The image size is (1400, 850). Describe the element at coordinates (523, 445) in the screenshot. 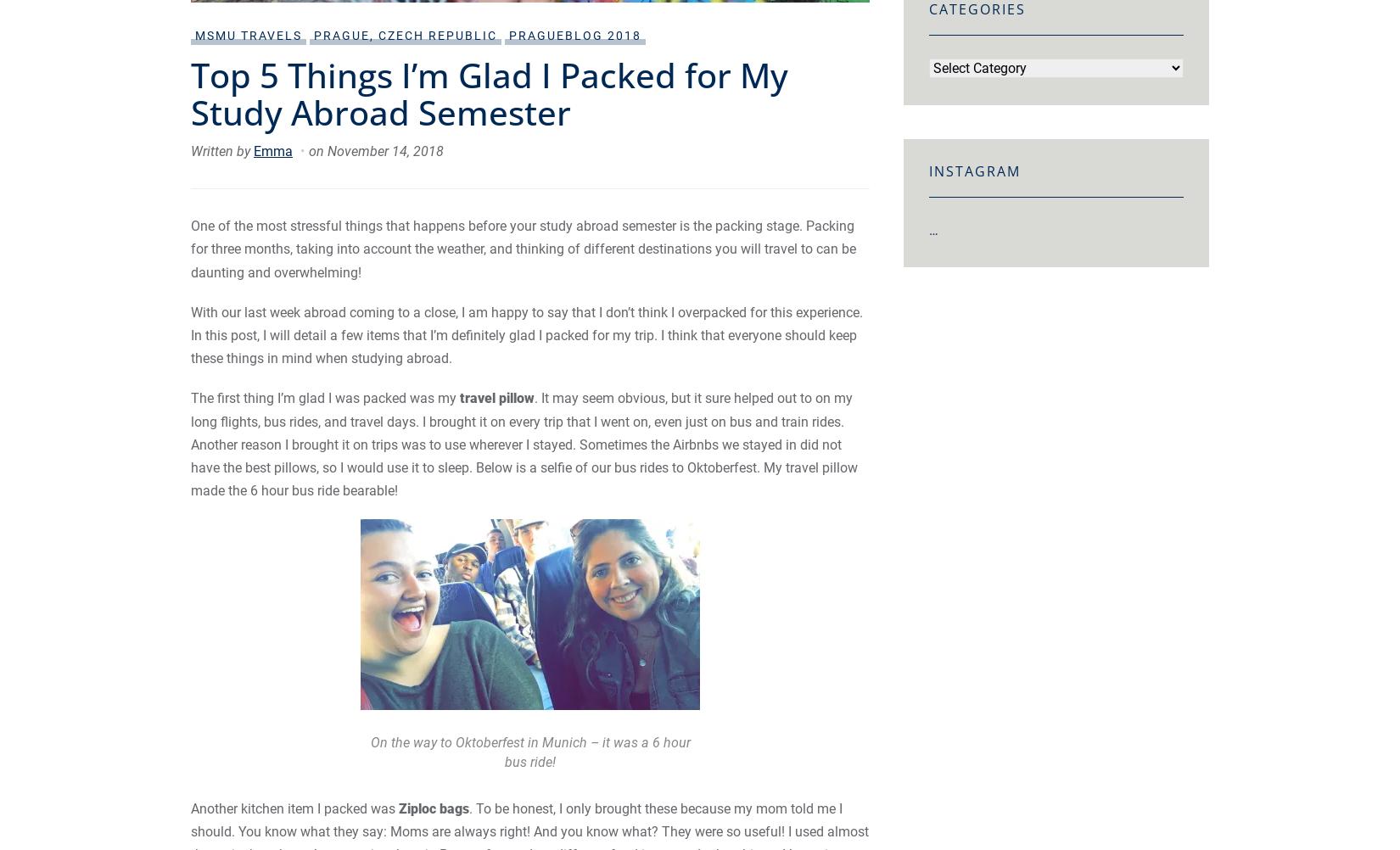

I see `'. It may seem obvious, but it sure helped out to on my long flights, bus rides, and travel days. I brought it on every trip that I went on, even just on bus and train rides. Another reason I brought it on trips was to use wherever I stayed. Sometimes the Airbnbs we stayed in did not have the best pillows, so I would use it to sleep. Below is a selfie of our bus rides to Oktoberfest. My travel pillow made the 6 hour bus ride bearable!'` at that location.